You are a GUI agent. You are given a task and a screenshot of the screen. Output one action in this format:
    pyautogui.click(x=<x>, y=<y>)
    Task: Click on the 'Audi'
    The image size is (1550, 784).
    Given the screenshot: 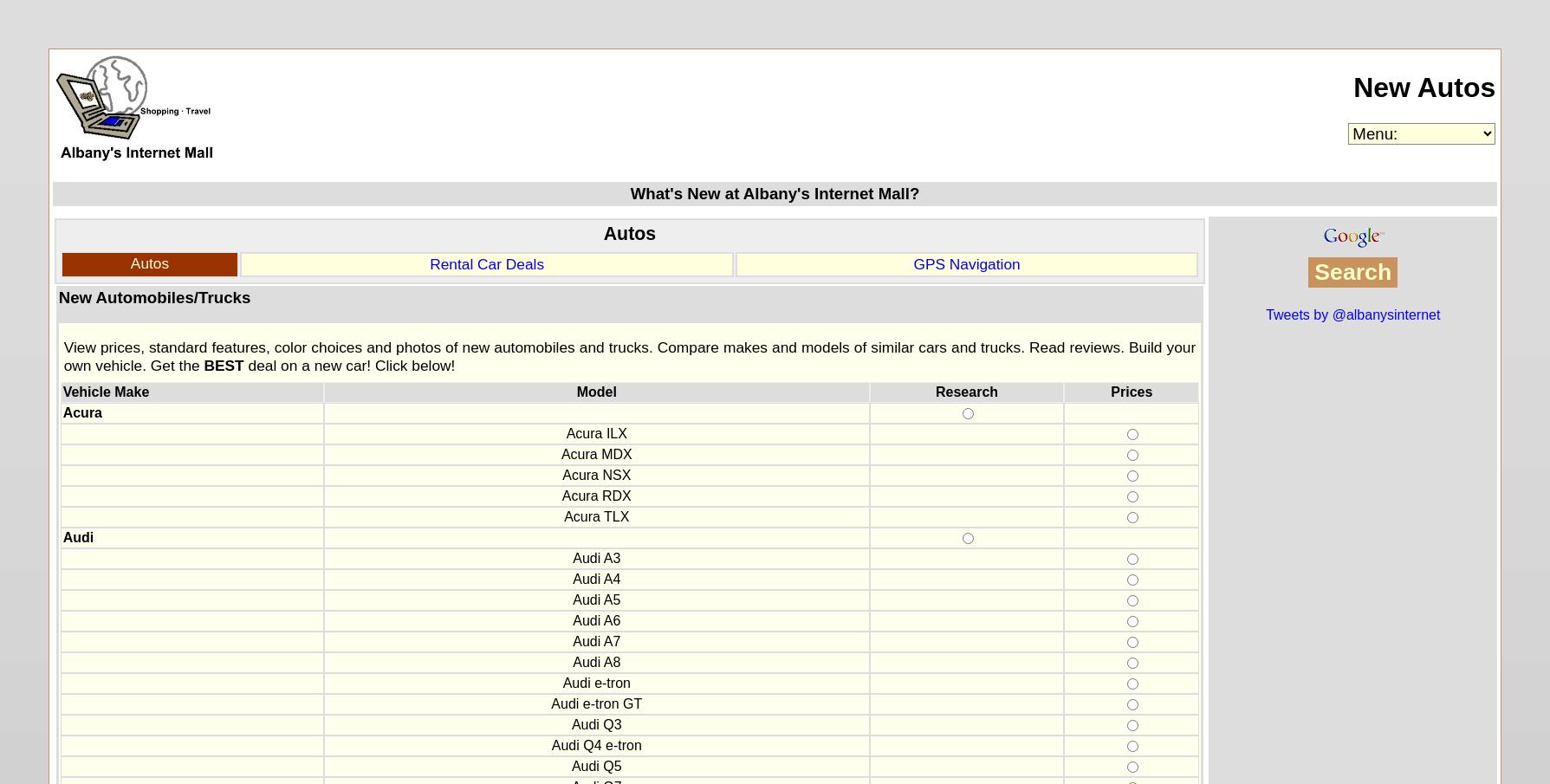 What is the action you would take?
    pyautogui.click(x=62, y=536)
    